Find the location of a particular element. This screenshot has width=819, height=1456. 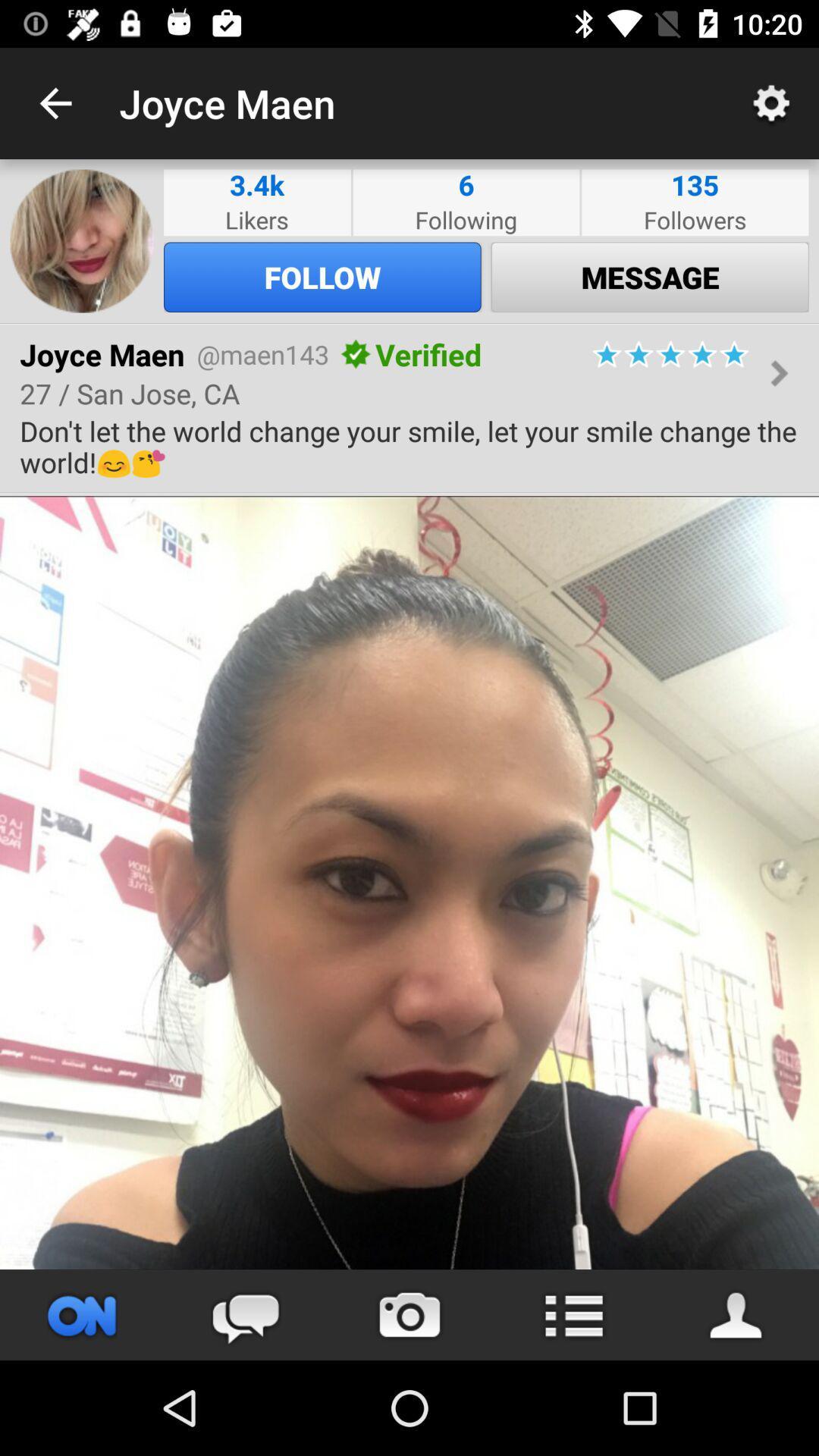

open chat is located at coordinates (245, 1314).